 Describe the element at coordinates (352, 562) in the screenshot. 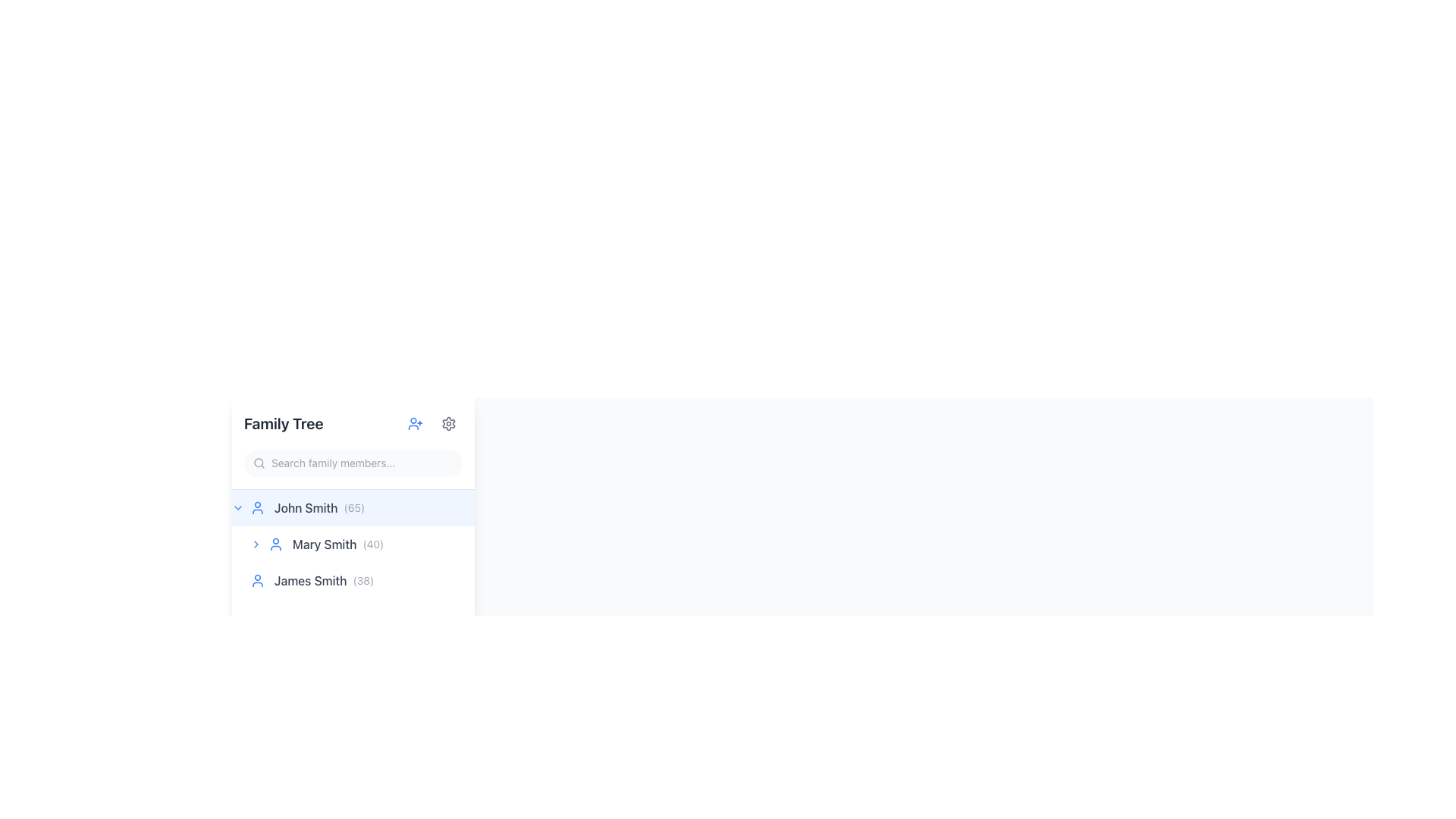

I see `the List Item Group element displaying names and ages, specifically the second item under 'John Smith (65)' in the 'Family Tree' section` at that location.